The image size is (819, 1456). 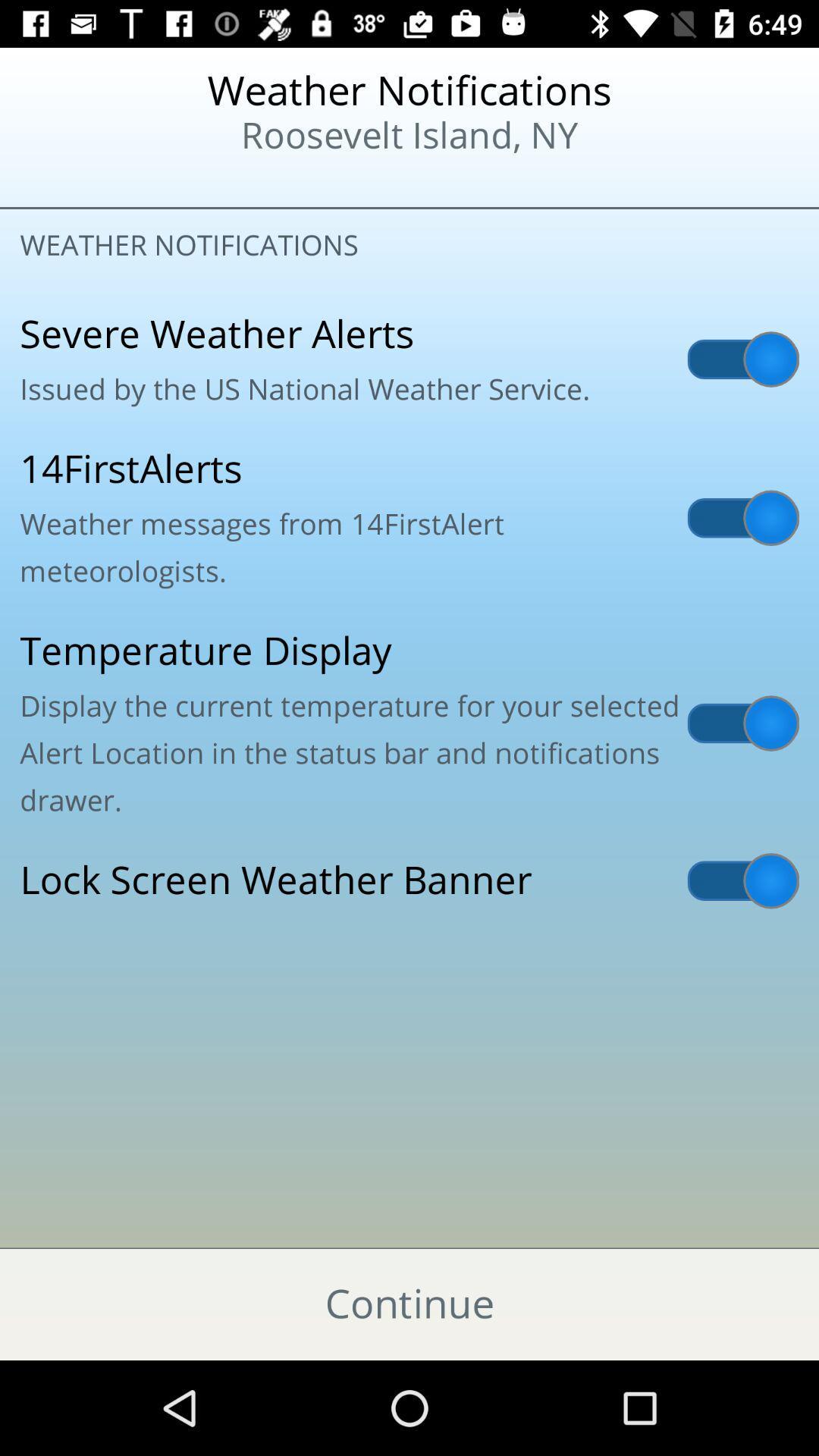 What do you see at coordinates (409, 113) in the screenshot?
I see `the text which is above weather notifications` at bounding box center [409, 113].